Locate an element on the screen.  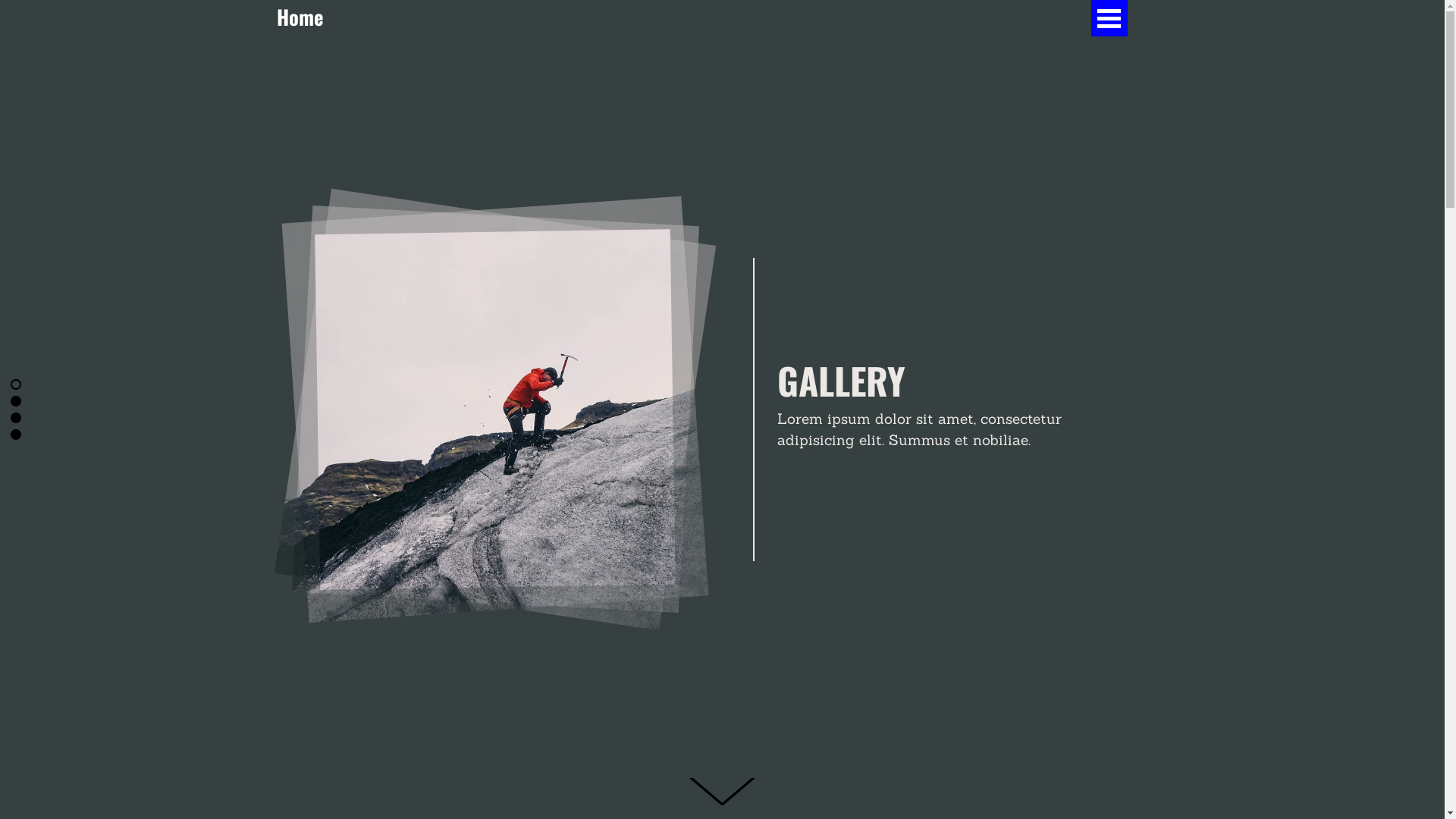
'Home' is located at coordinates (299, 17).